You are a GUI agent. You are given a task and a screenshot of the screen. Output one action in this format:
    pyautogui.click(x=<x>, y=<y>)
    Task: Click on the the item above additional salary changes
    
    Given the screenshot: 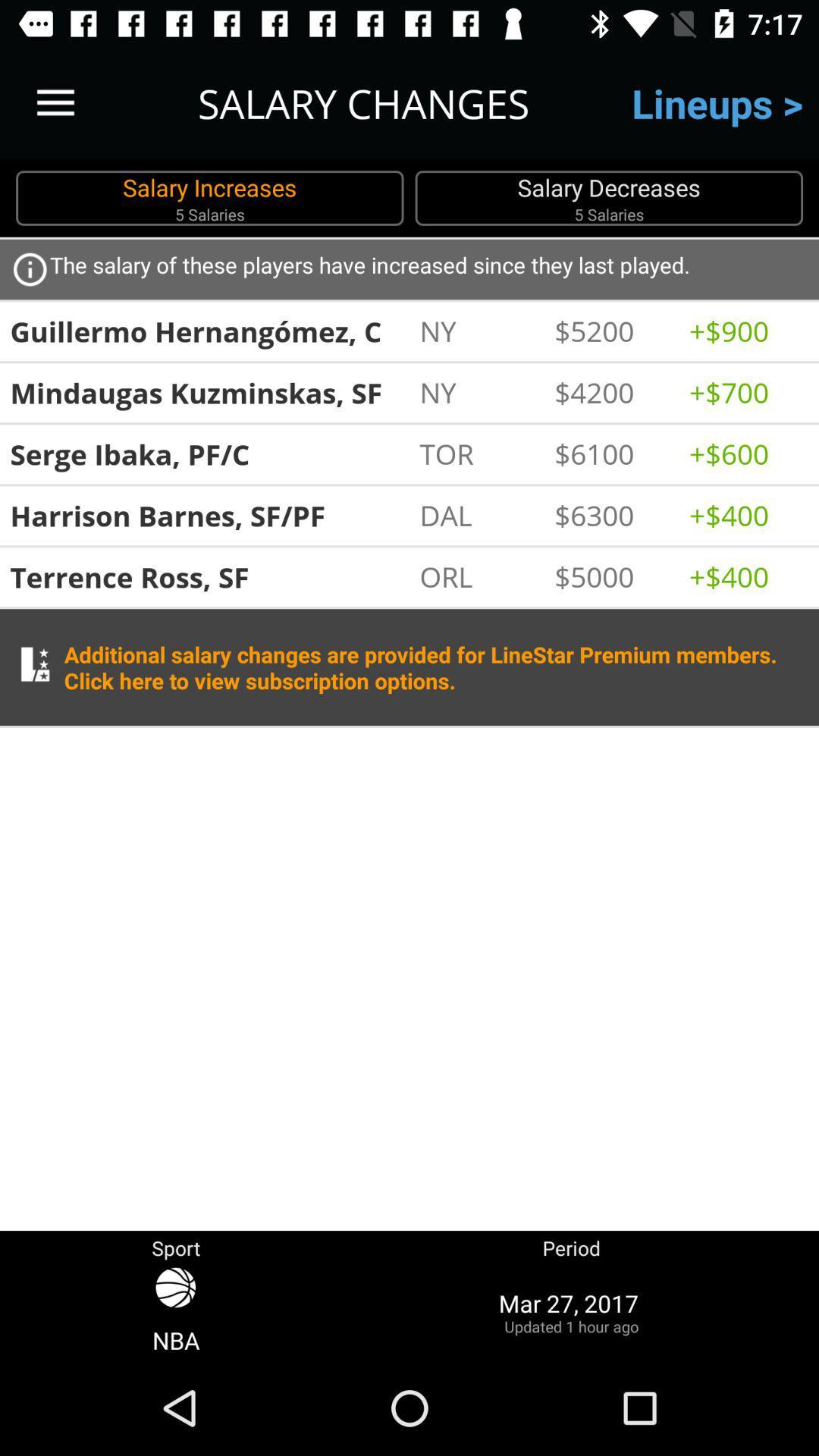 What is the action you would take?
    pyautogui.click(x=479, y=576)
    